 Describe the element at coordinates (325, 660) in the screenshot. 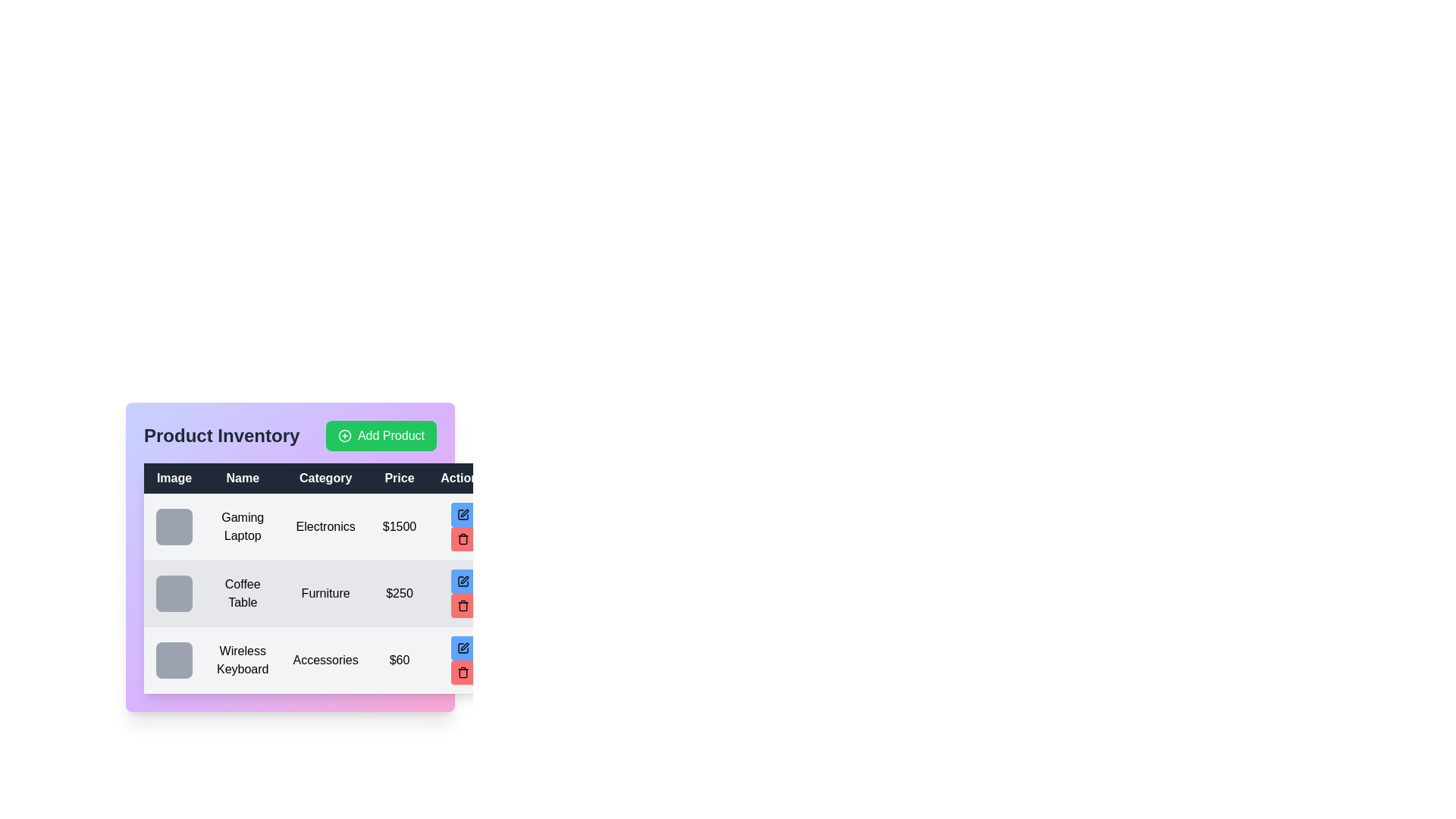

I see `the text label that displays 'Accessories' in the product catalog table, located in the third row, third column under the 'Category' heading` at that location.